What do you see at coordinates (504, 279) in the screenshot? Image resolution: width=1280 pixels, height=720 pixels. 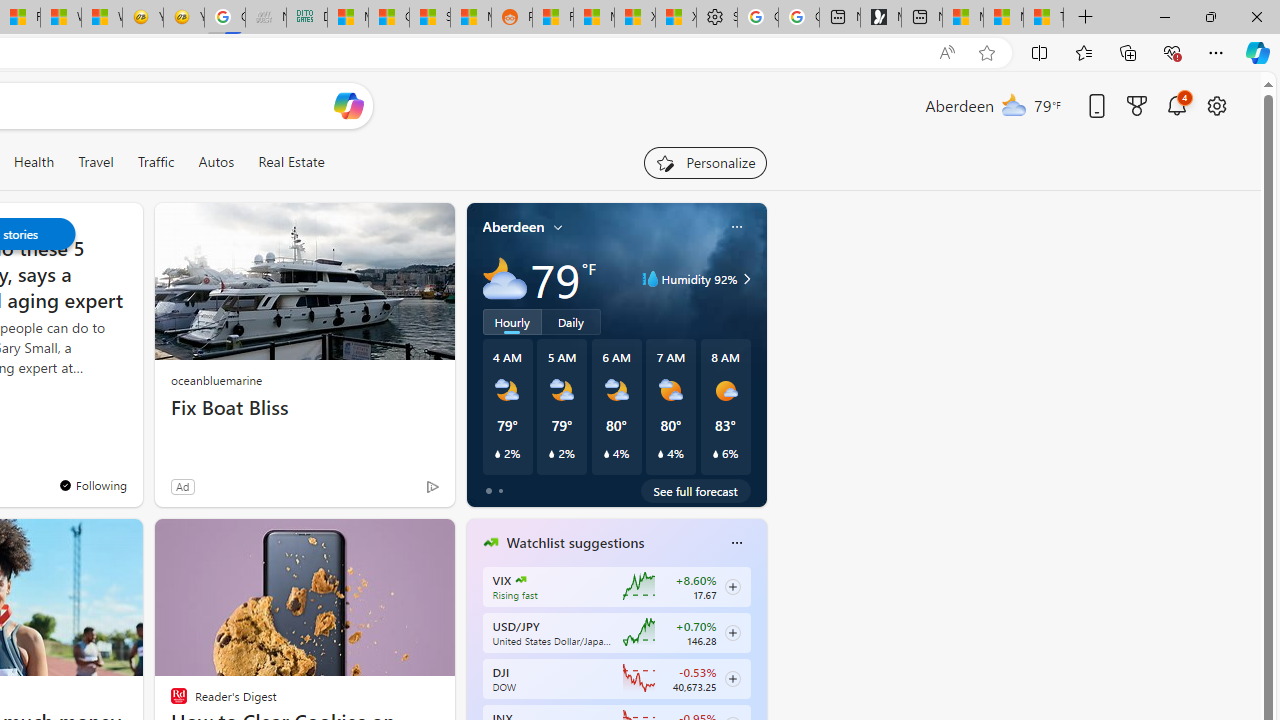 I see `'Mostly cloudy'` at bounding box center [504, 279].